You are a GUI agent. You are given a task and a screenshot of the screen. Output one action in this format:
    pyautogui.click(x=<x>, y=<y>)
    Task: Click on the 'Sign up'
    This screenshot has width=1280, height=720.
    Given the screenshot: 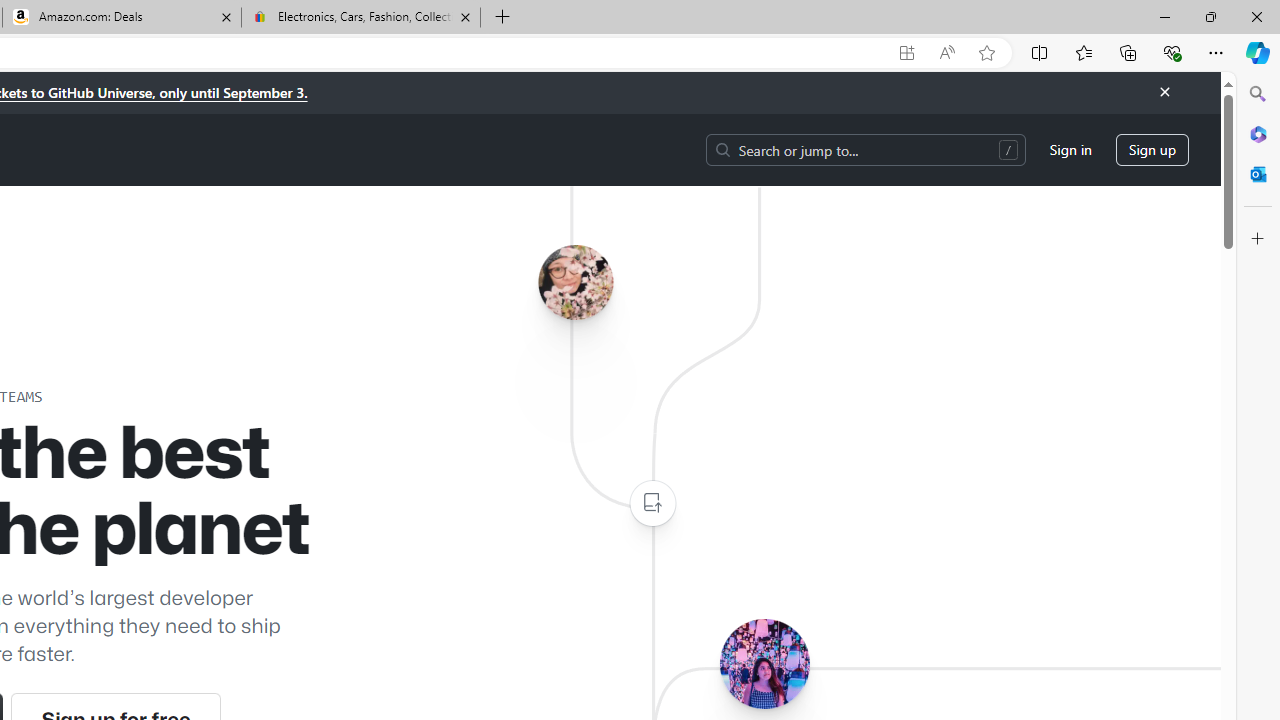 What is the action you would take?
    pyautogui.click(x=1152, y=148)
    